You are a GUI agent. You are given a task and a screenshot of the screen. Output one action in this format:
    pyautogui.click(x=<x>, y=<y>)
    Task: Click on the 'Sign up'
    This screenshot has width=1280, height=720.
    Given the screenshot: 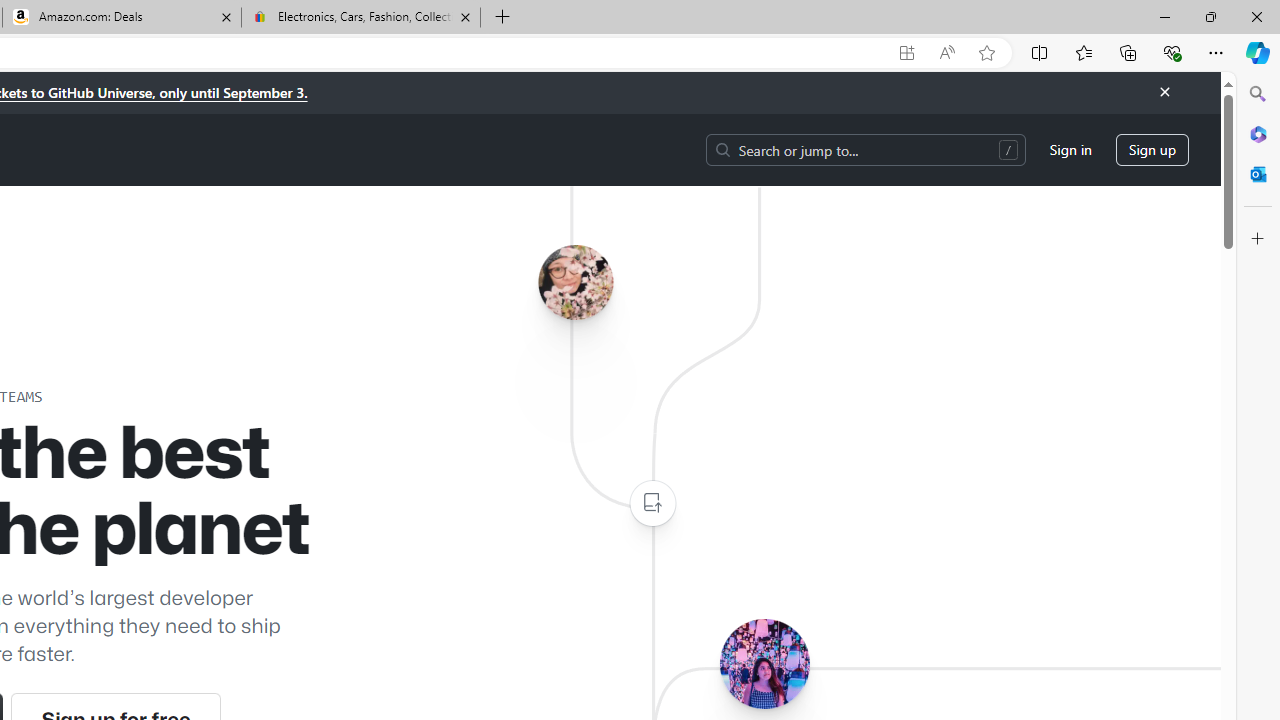 What is the action you would take?
    pyautogui.click(x=1152, y=148)
    